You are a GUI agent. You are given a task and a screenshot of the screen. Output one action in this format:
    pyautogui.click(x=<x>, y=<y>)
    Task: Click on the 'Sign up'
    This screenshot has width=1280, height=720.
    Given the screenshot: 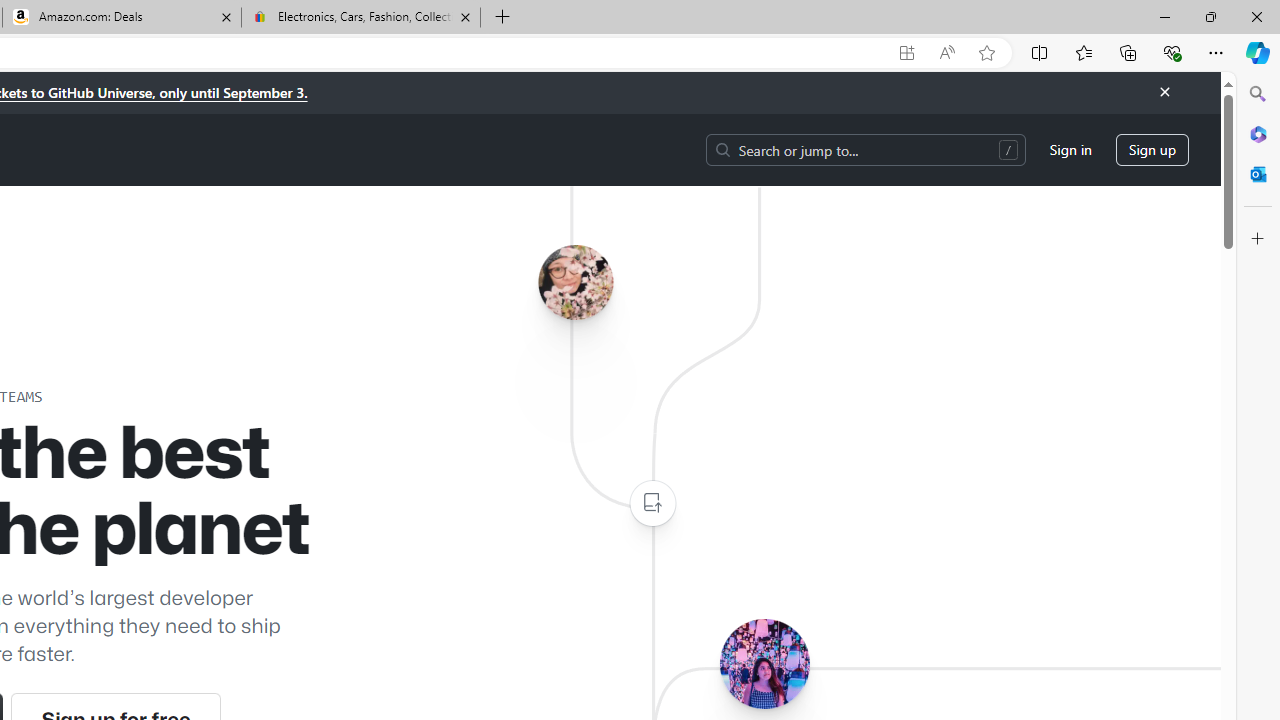 What is the action you would take?
    pyautogui.click(x=1152, y=148)
    